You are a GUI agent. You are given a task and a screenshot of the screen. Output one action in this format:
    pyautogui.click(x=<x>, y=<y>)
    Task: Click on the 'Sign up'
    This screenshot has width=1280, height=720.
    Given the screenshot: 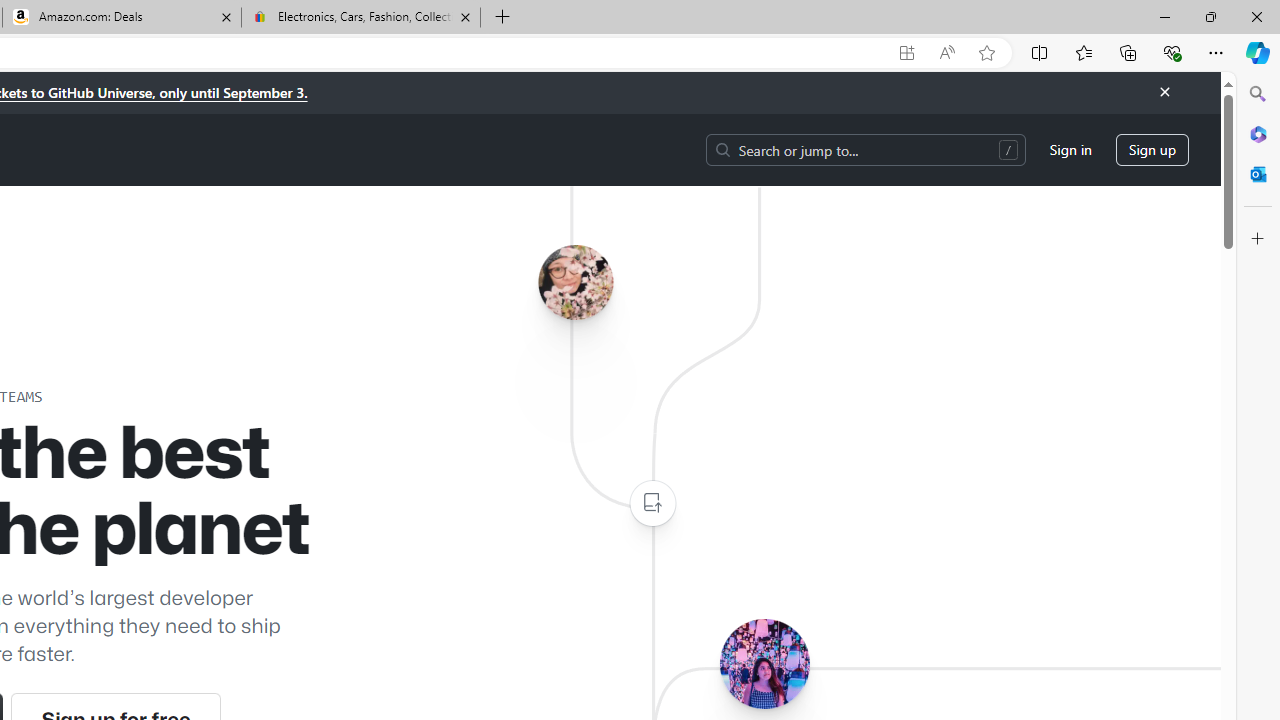 What is the action you would take?
    pyautogui.click(x=1152, y=148)
    